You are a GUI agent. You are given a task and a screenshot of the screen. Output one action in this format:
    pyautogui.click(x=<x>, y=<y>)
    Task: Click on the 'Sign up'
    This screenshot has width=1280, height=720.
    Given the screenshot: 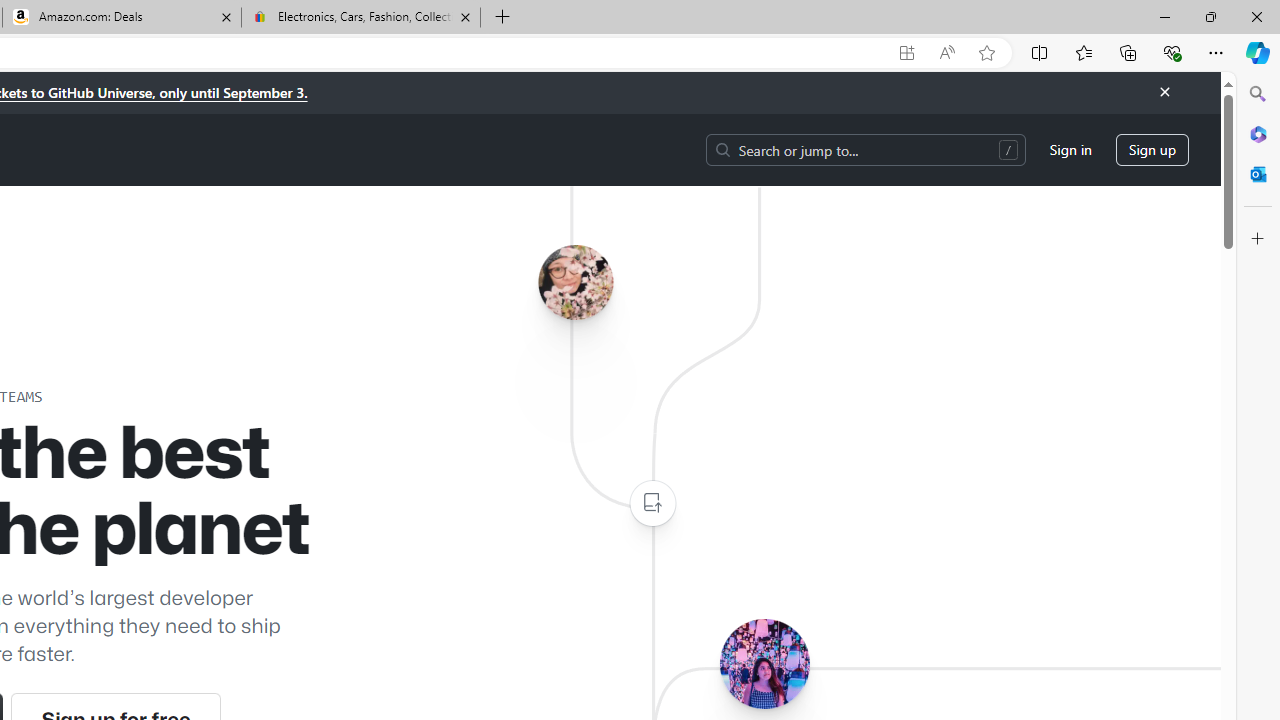 What is the action you would take?
    pyautogui.click(x=1152, y=148)
    